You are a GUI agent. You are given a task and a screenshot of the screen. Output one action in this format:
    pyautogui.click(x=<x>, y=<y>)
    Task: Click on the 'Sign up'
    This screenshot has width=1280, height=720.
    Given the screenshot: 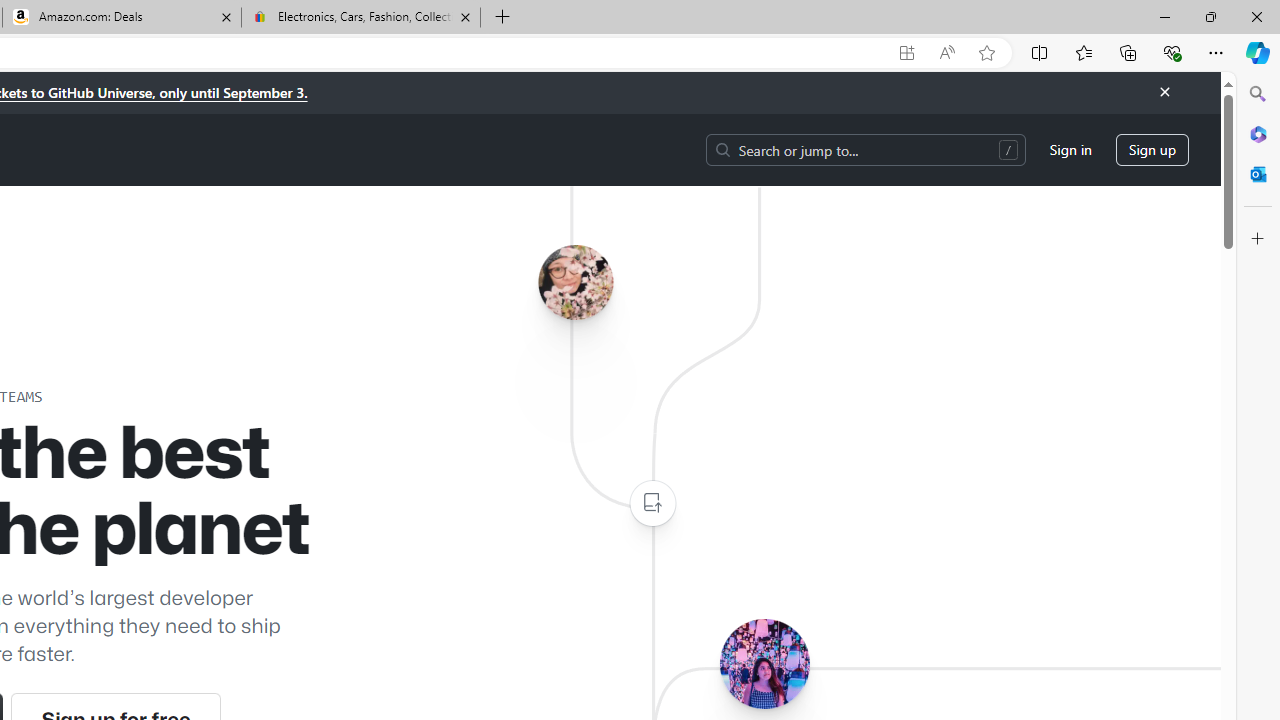 What is the action you would take?
    pyautogui.click(x=1152, y=148)
    